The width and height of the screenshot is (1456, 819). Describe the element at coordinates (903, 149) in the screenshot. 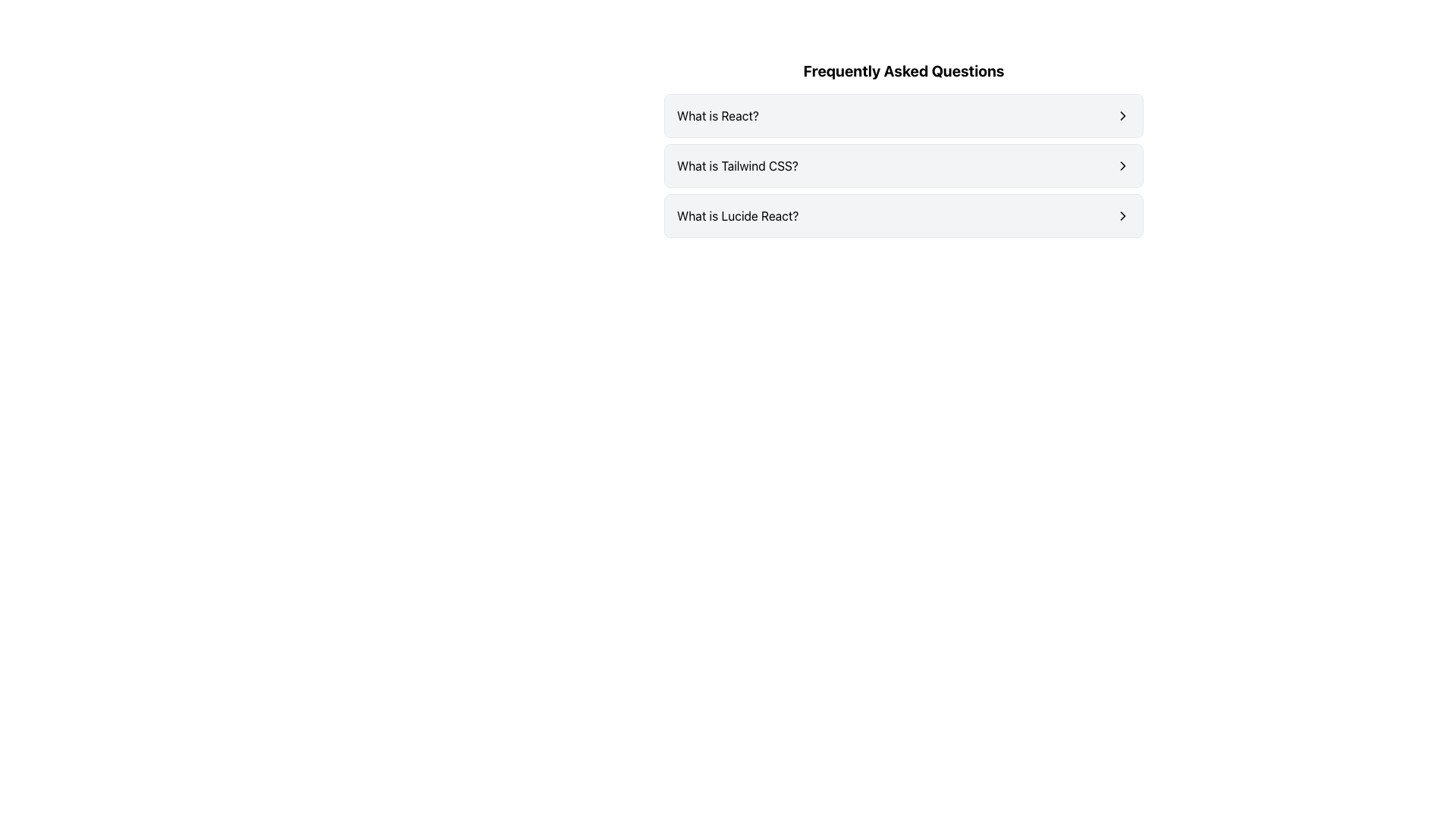

I see `the second interactive list item in the FAQ section labeled 'What is Tailwind CSS?'` at that location.